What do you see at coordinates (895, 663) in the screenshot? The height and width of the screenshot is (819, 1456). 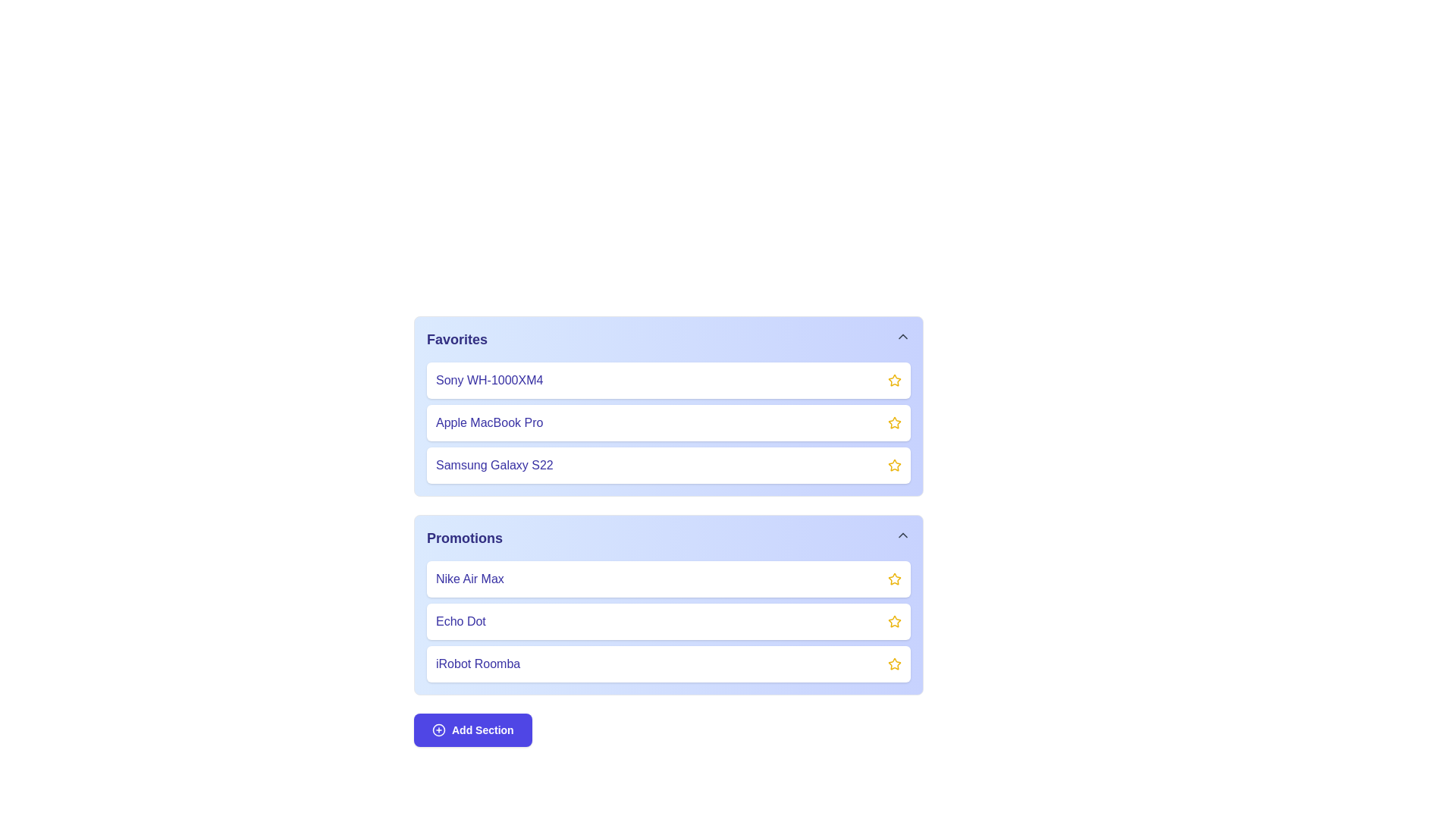 I see `the star icon to favorite the item iRobot Roomba` at bounding box center [895, 663].